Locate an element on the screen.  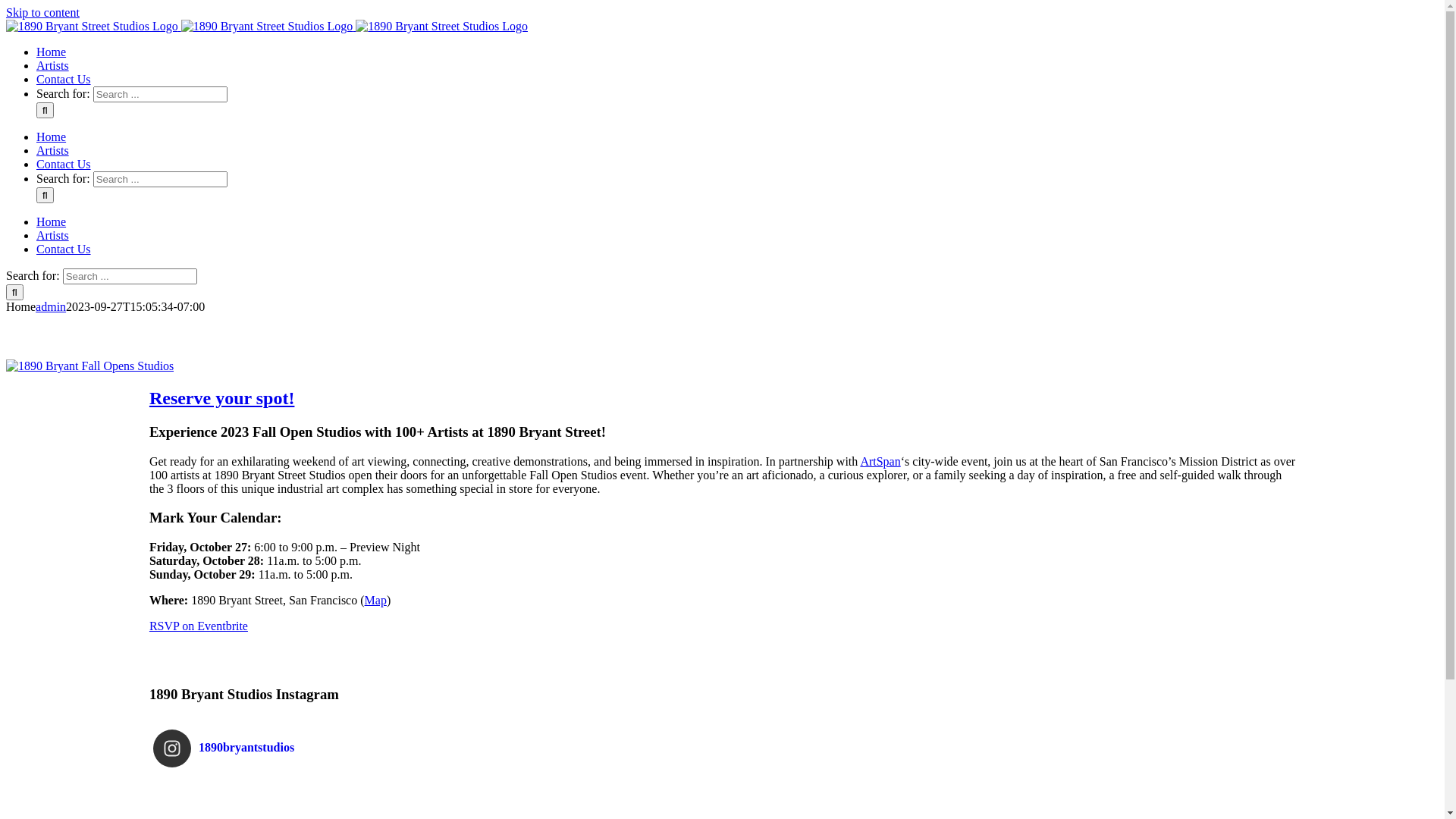
'Artists' is located at coordinates (52, 64).